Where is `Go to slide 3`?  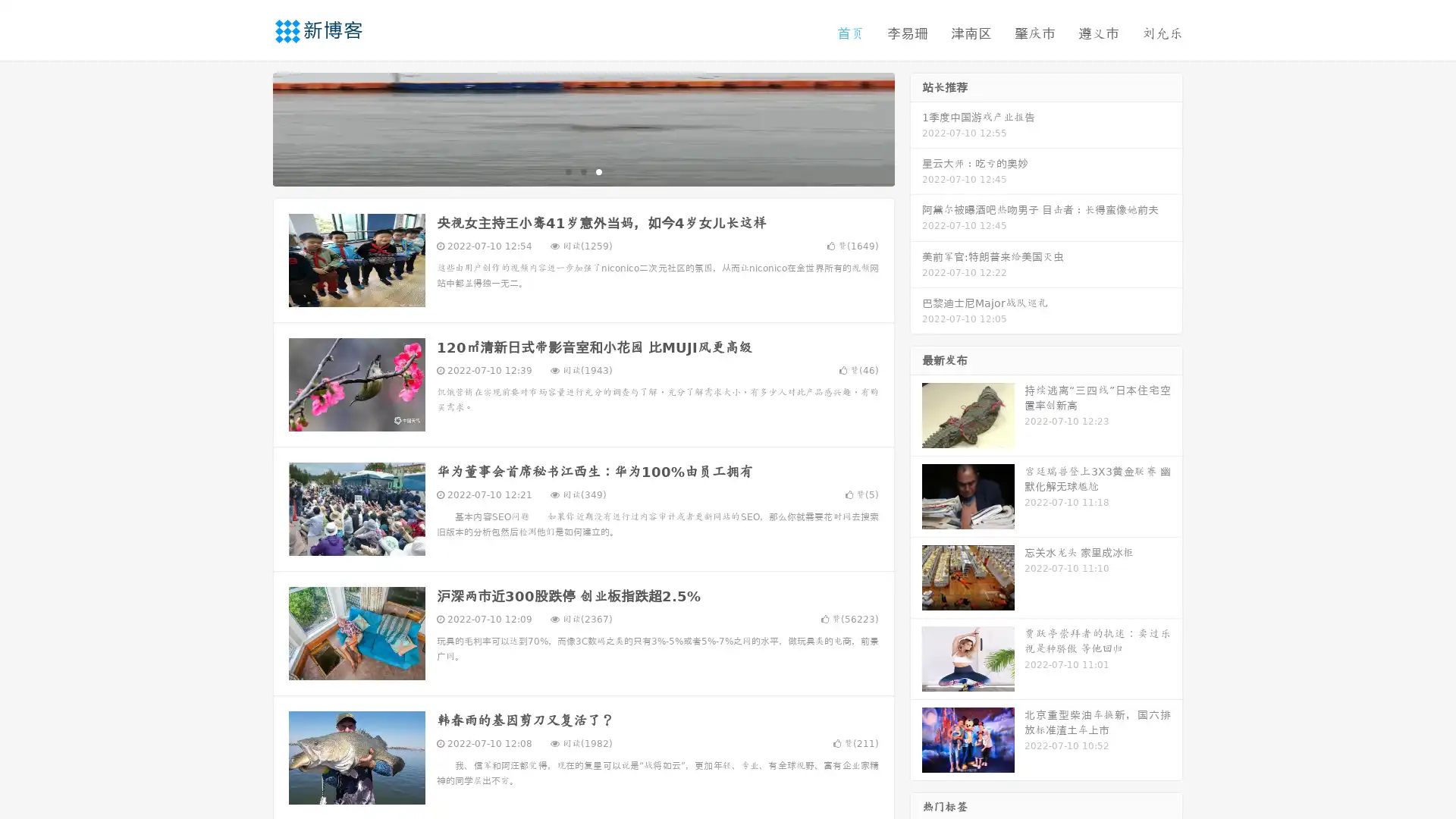
Go to slide 3 is located at coordinates (598, 171).